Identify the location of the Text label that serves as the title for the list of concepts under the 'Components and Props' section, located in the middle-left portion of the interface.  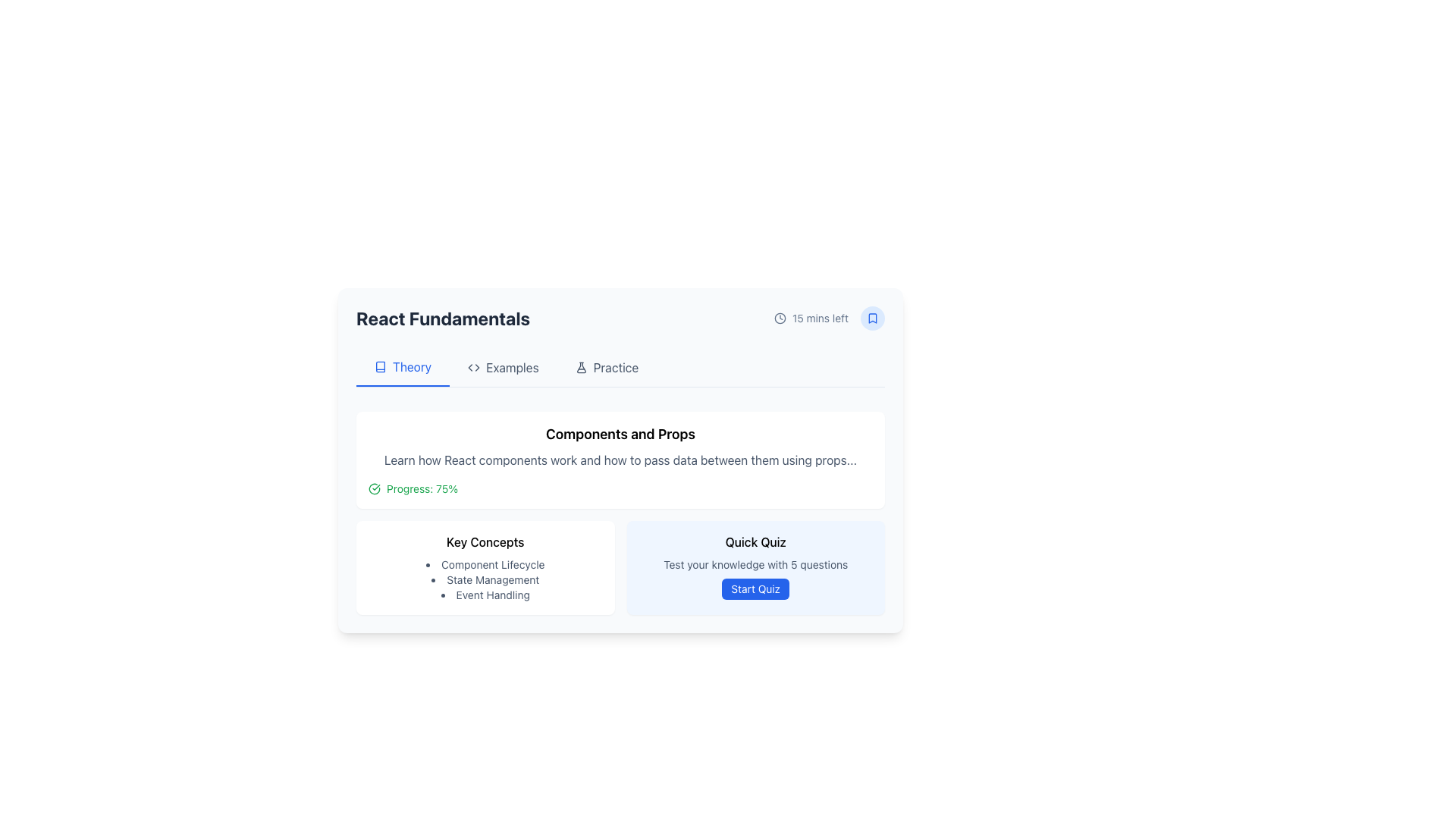
(485, 541).